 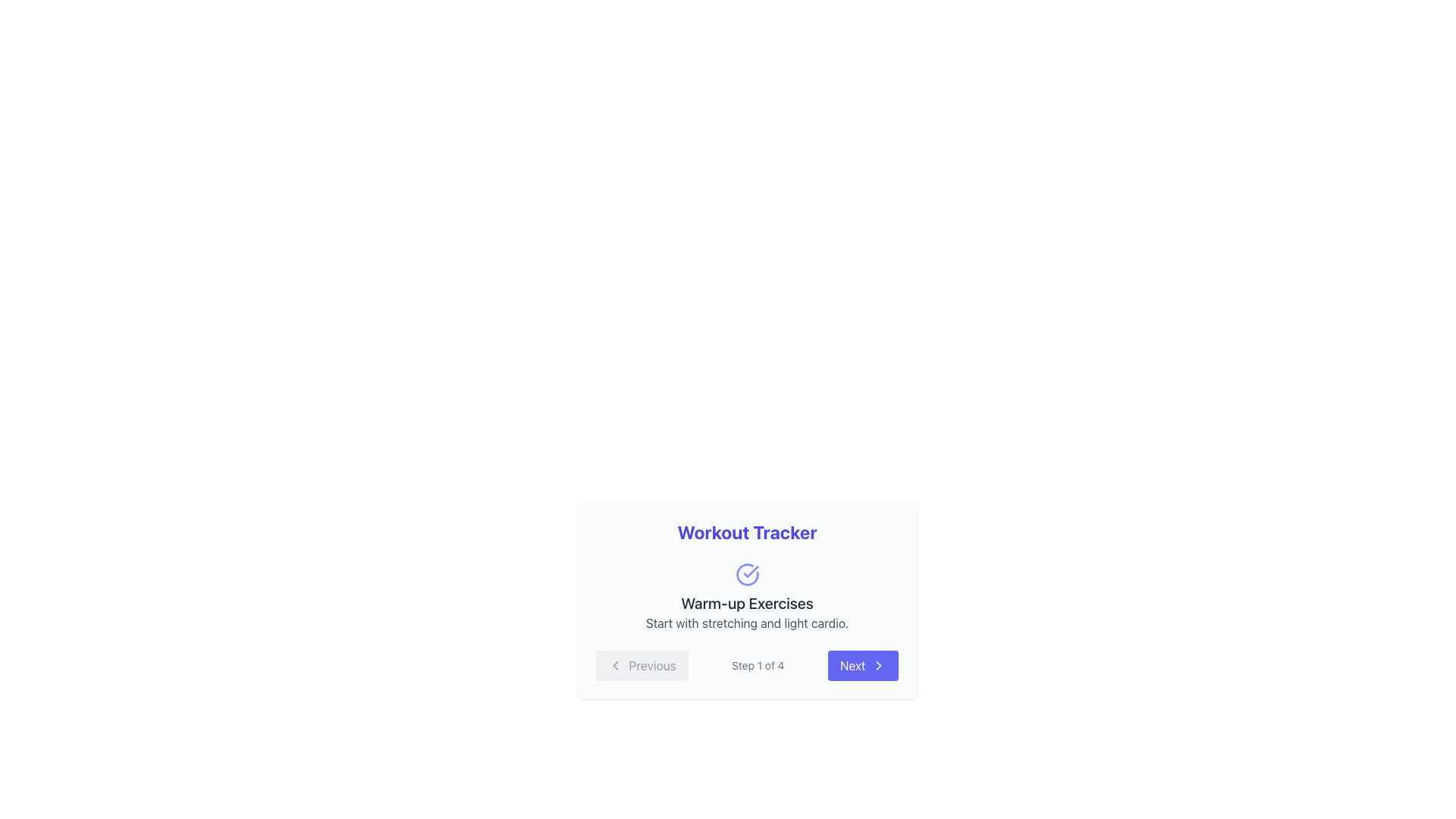 What do you see at coordinates (878, 665) in the screenshot?
I see `the 'Next' button by clicking the chevron icon that indicates progression, located at the right end of the button` at bounding box center [878, 665].